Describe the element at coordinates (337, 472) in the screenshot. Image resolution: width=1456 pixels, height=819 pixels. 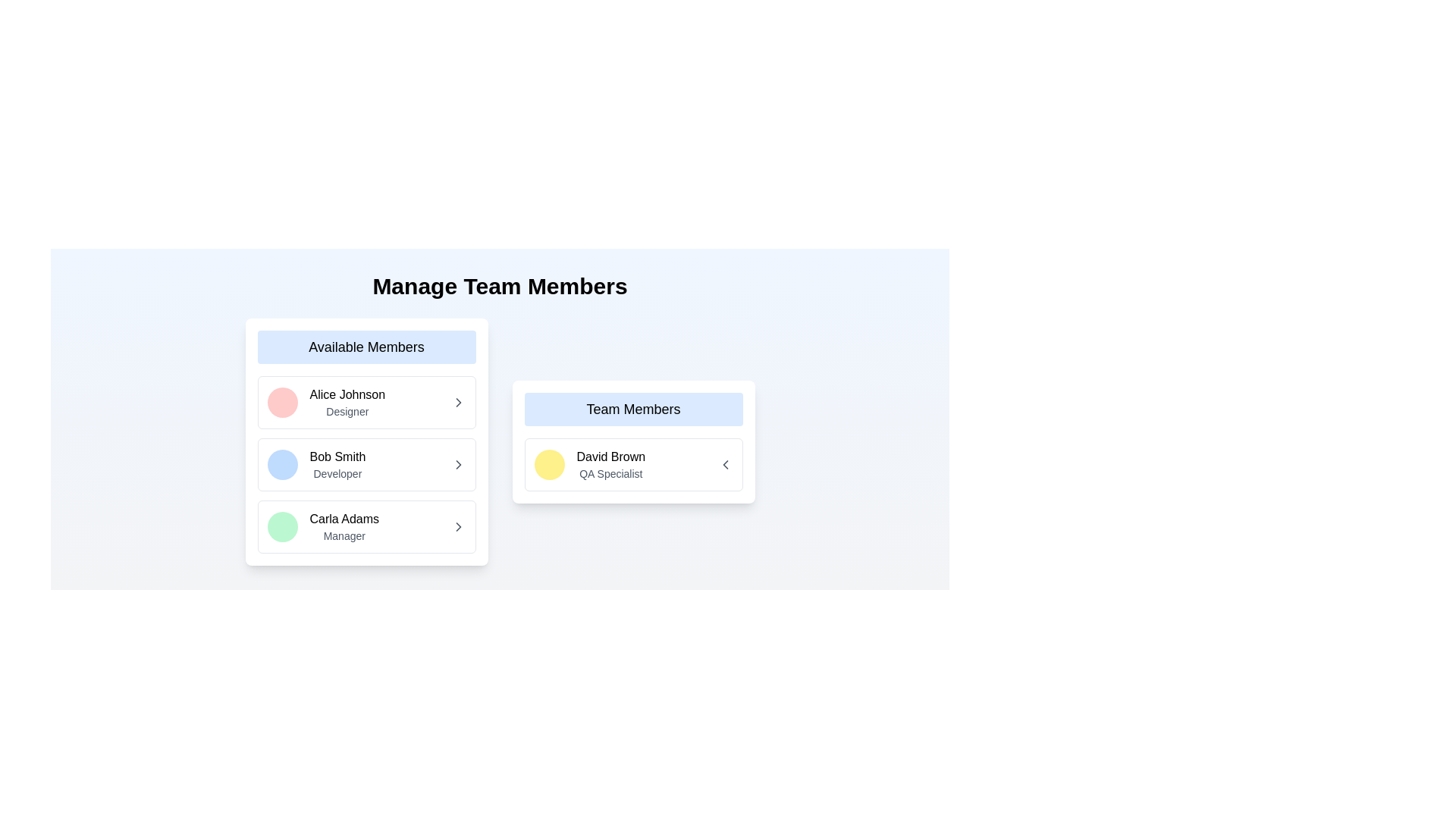
I see `the text label 'Developer' located below the name 'Bob Smith' in the 'Available Members' list` at that location.